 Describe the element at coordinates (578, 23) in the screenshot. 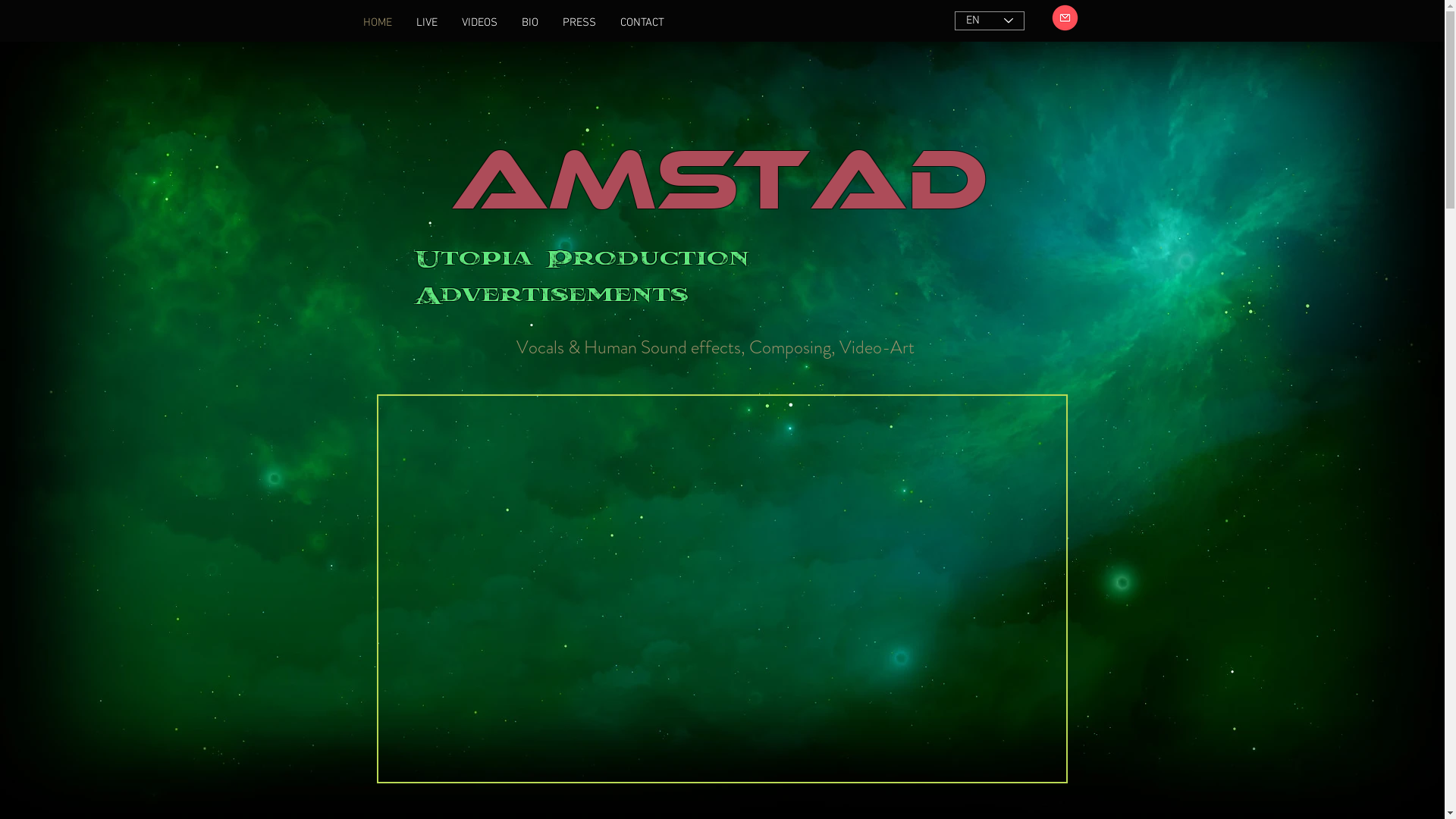

I see `'PRESS'` at that location.